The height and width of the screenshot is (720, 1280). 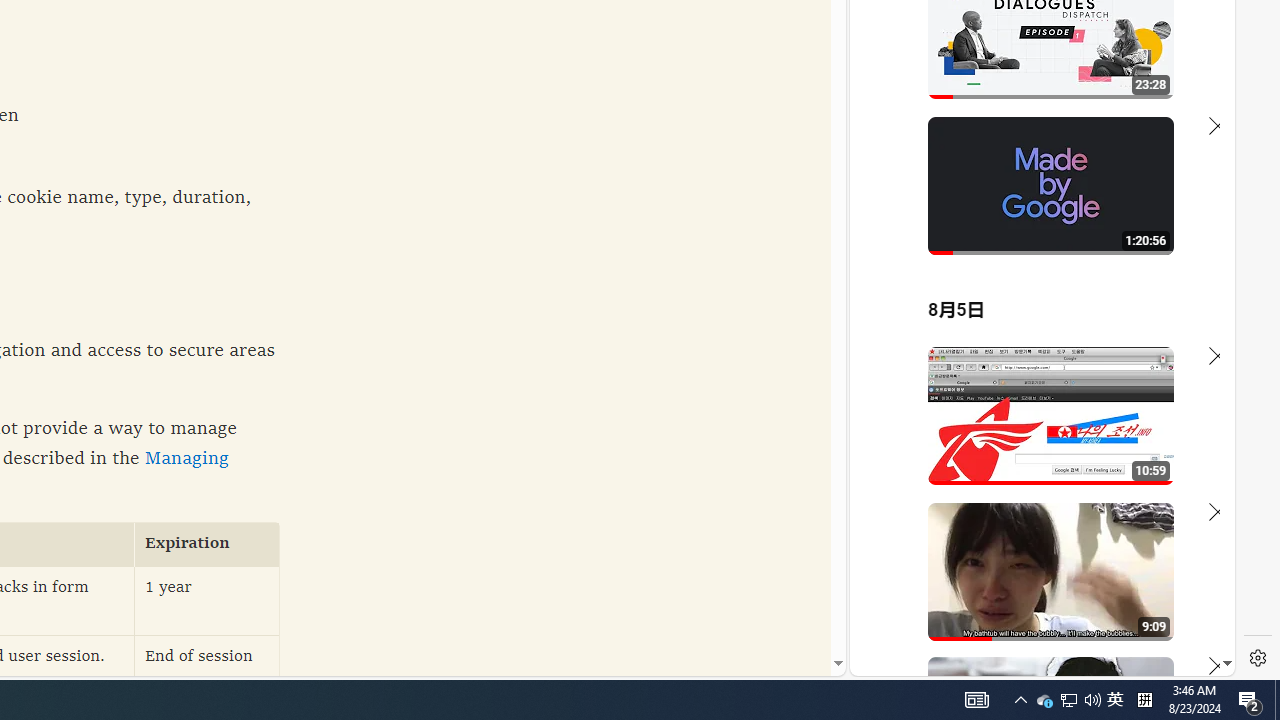 I want to click on 'End of session', so click(x=207, y=669).